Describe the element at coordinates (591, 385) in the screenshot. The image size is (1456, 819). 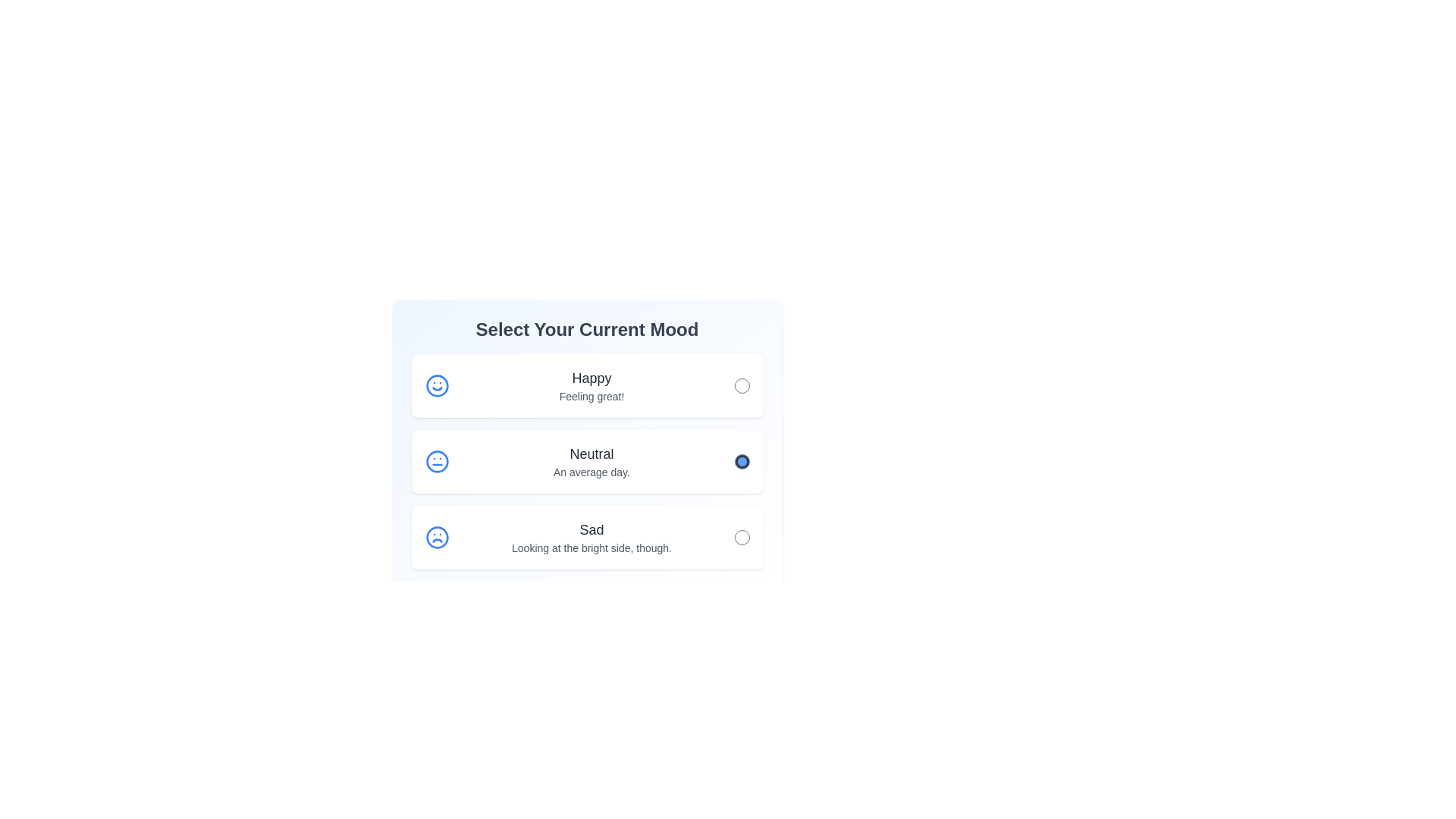
I see `text of the label that describes the 'Happy' mood option, located beneath the heading 'Select Your Current Mood' and to the right of a smiley icon` at that location.